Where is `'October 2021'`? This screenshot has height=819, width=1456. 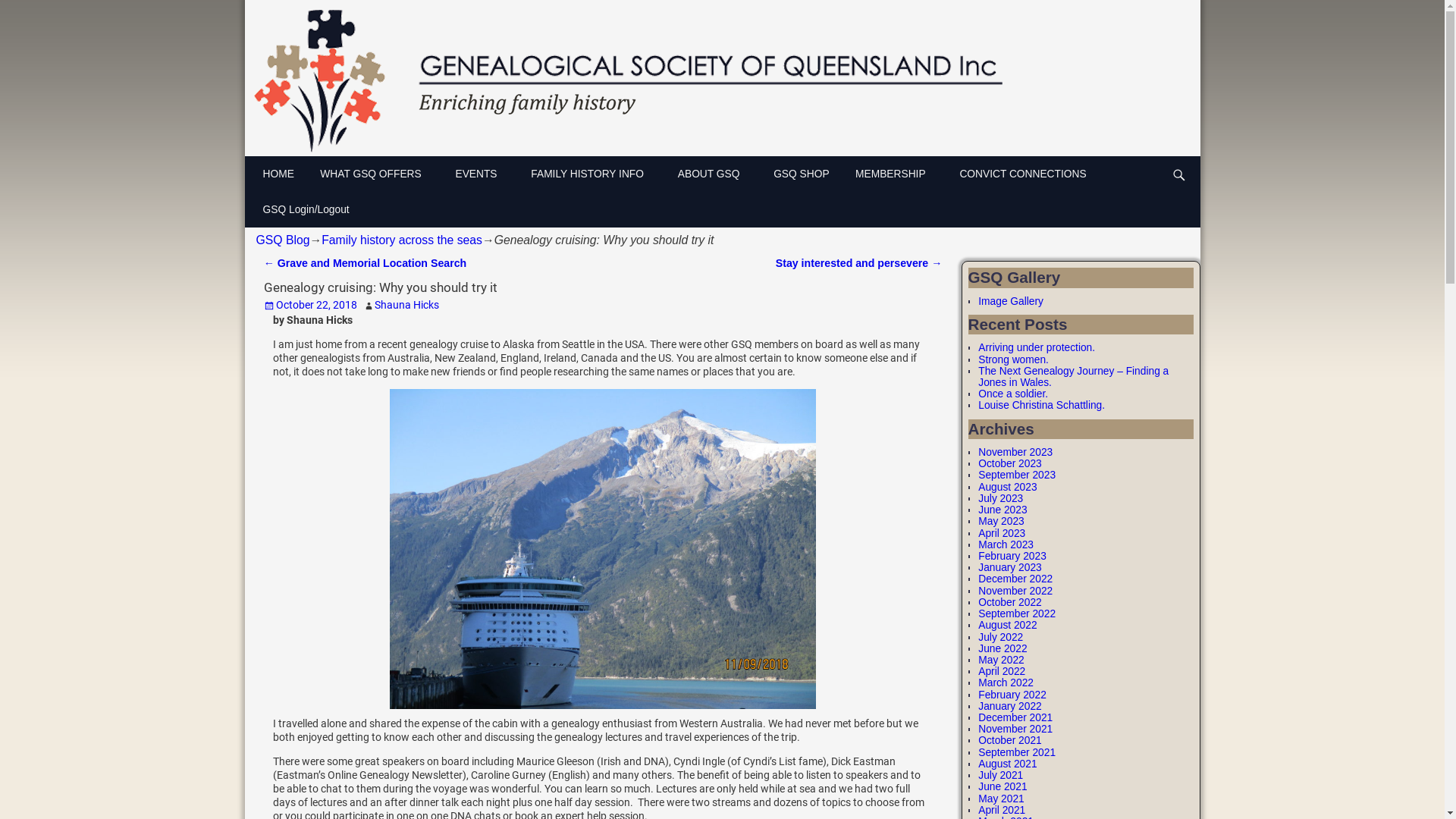 'October 2021' is located at coordinates (1009, 739).